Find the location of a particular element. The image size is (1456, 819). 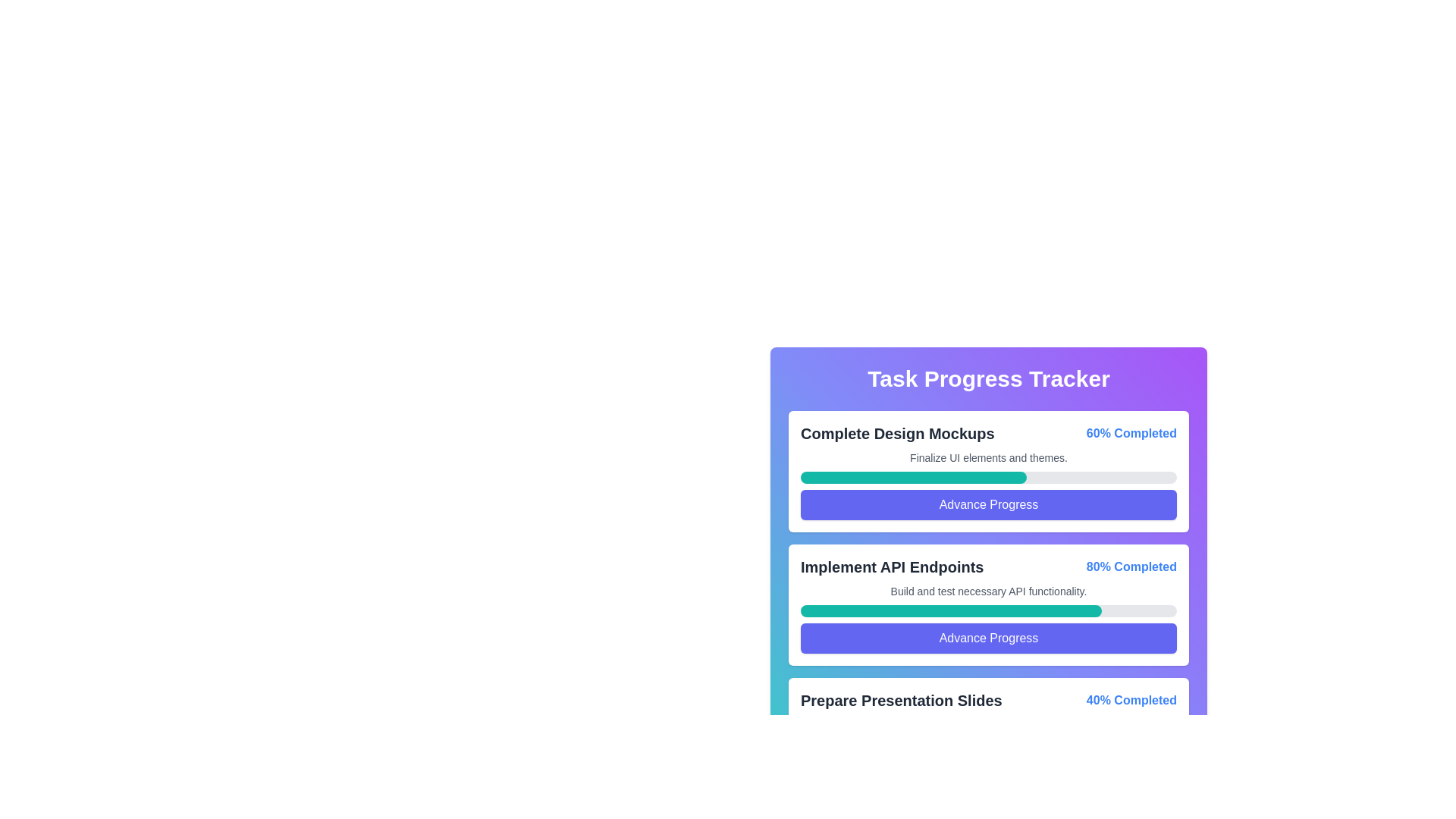

the progress bar segment indicating 80% completion of the task 'Implement API Endpoints', located horizontally centered under the title and above the action button is located at coordinates (950, 610).